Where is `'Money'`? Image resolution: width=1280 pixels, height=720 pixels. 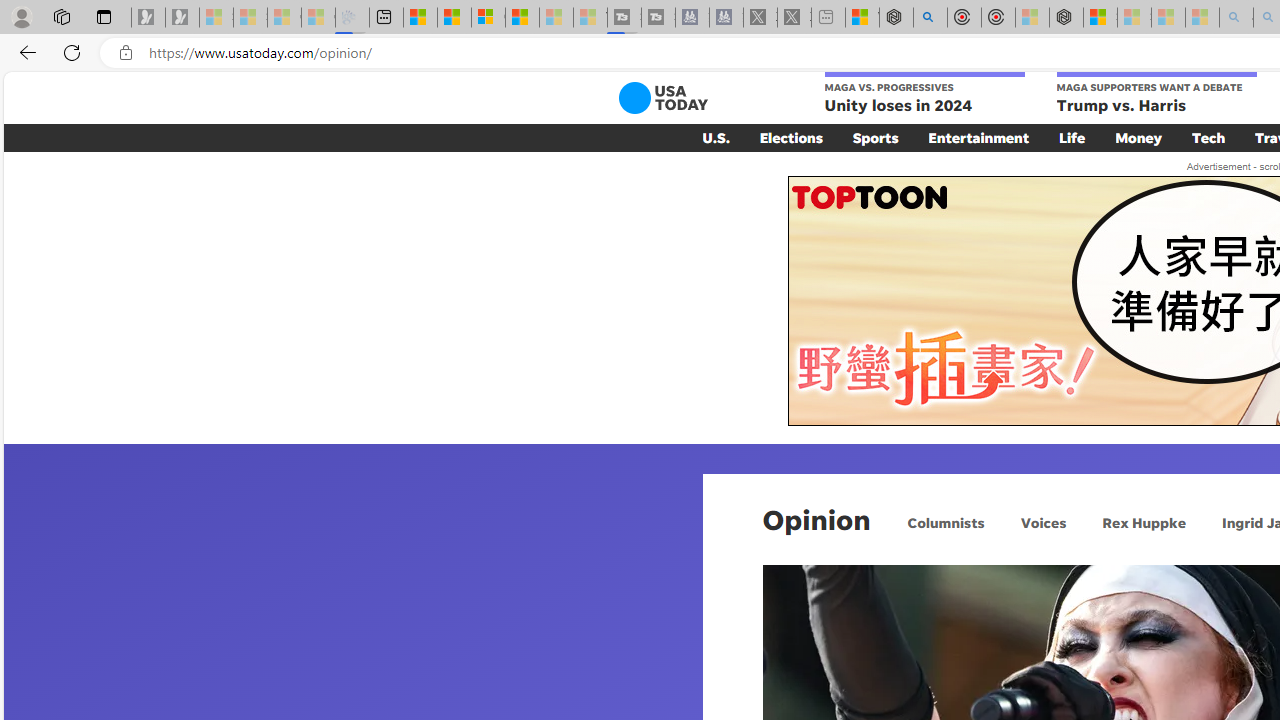 'Money' is located at coordinates (1138, 136).